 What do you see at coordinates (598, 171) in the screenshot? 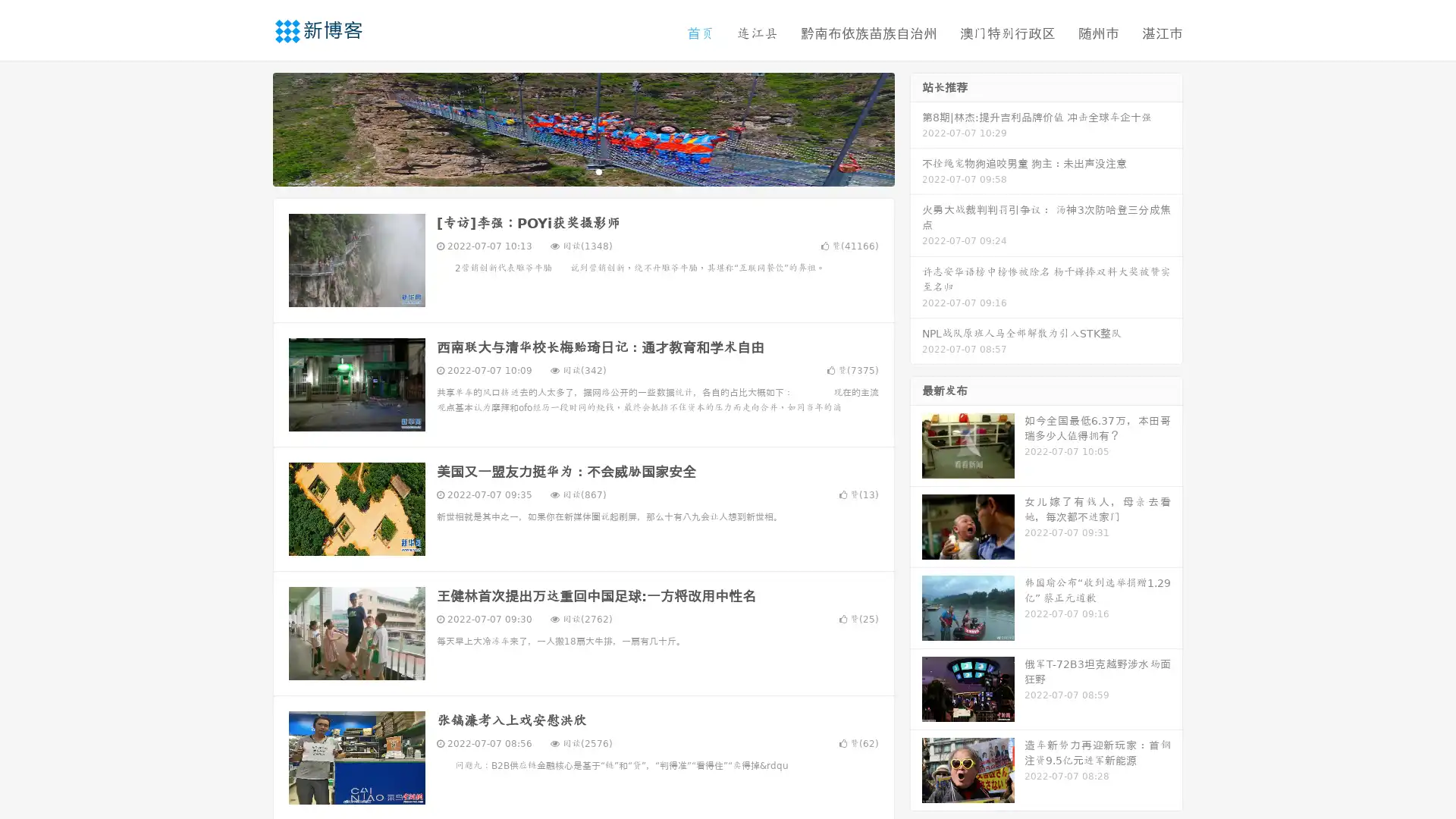
I see `Go to slide 3` at bounding box center [598, 171].